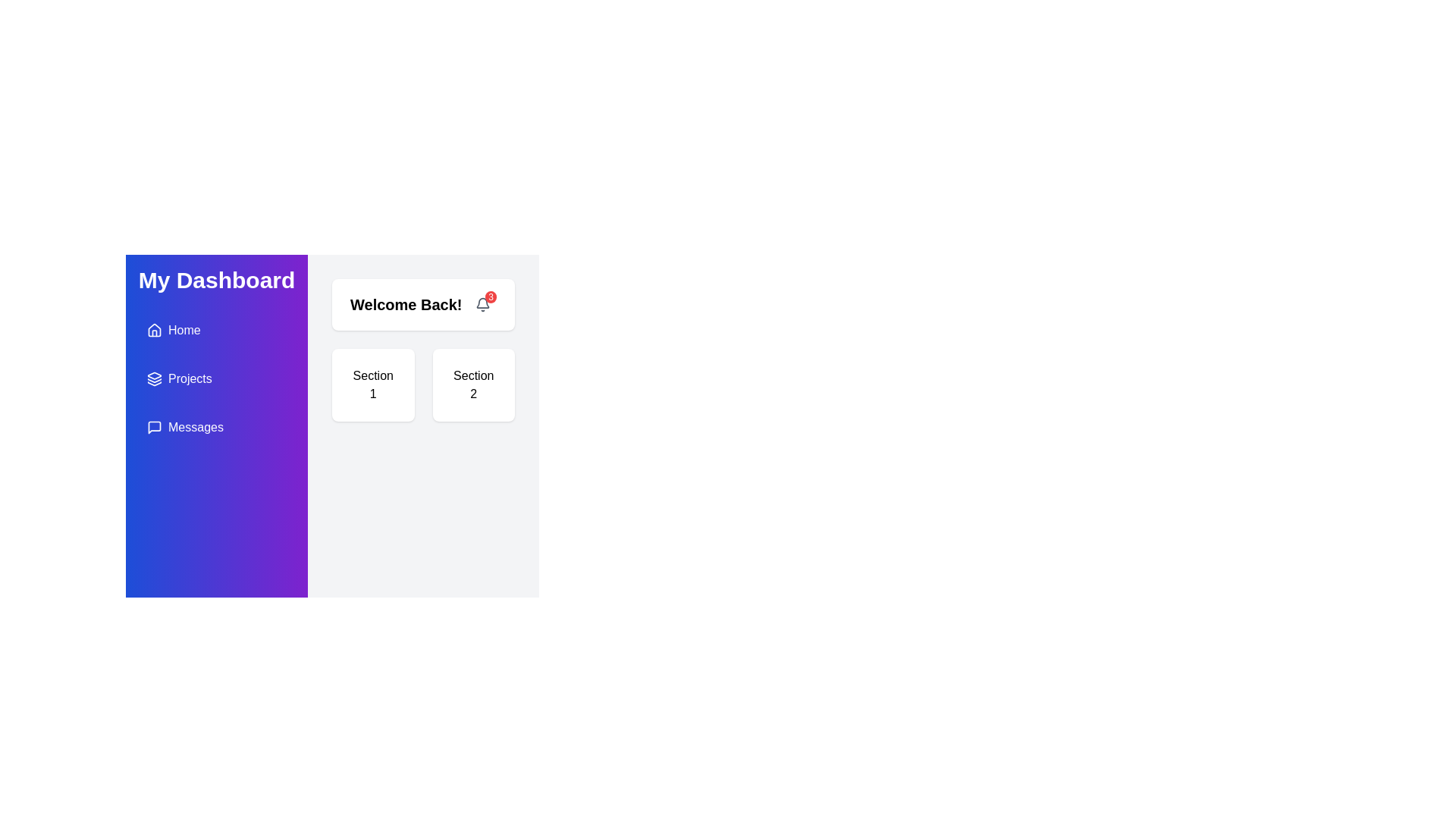  Describe the element at coordinates (216, 378) in the screenshot. I see `the 'Projects' button located in the left sidebar, positioned directly below the 'Home' button and above the 'Messages' button` at that location.